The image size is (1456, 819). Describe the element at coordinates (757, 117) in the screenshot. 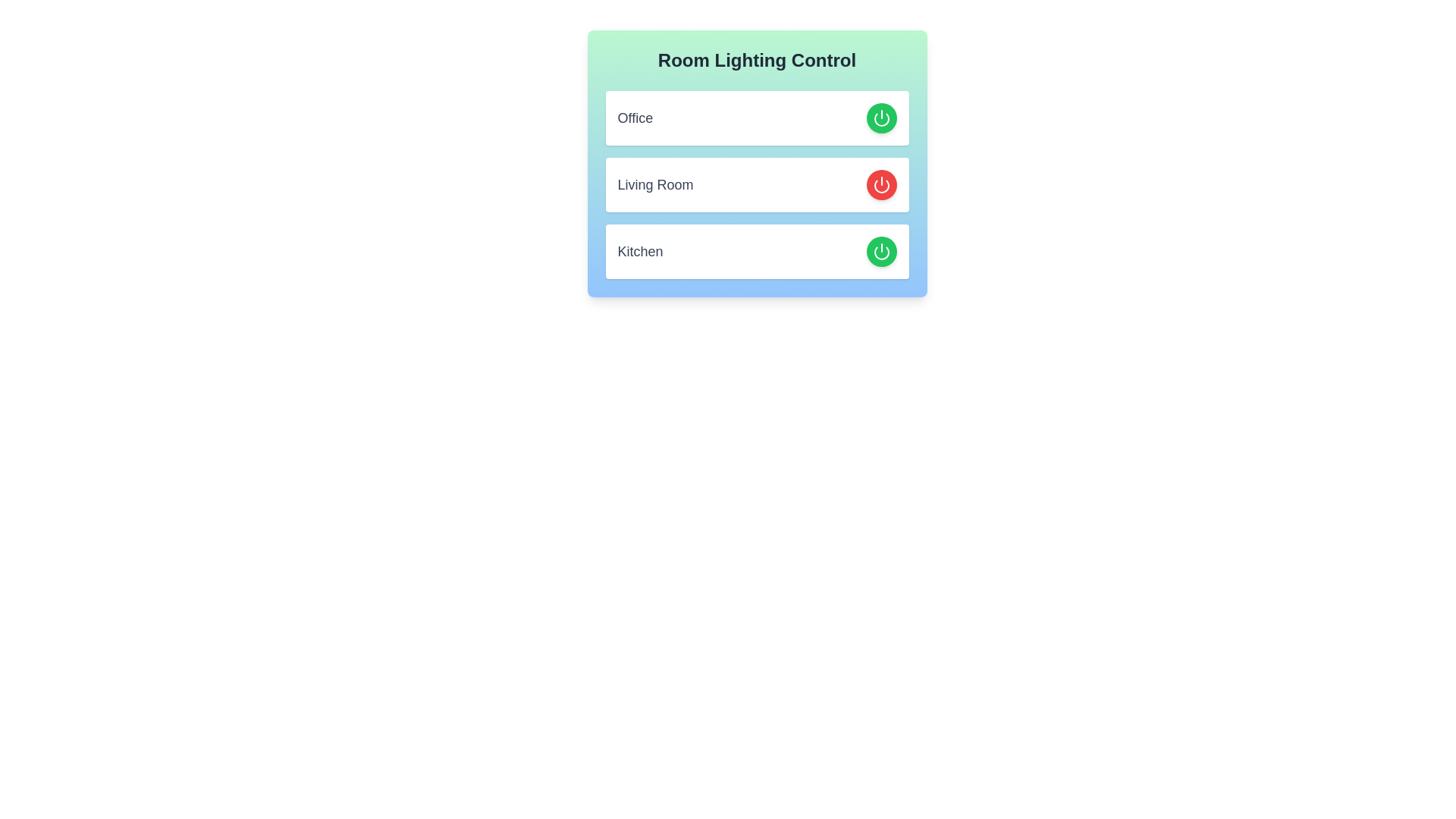

I see `the room entry Office to observe the hover effect` at that location.